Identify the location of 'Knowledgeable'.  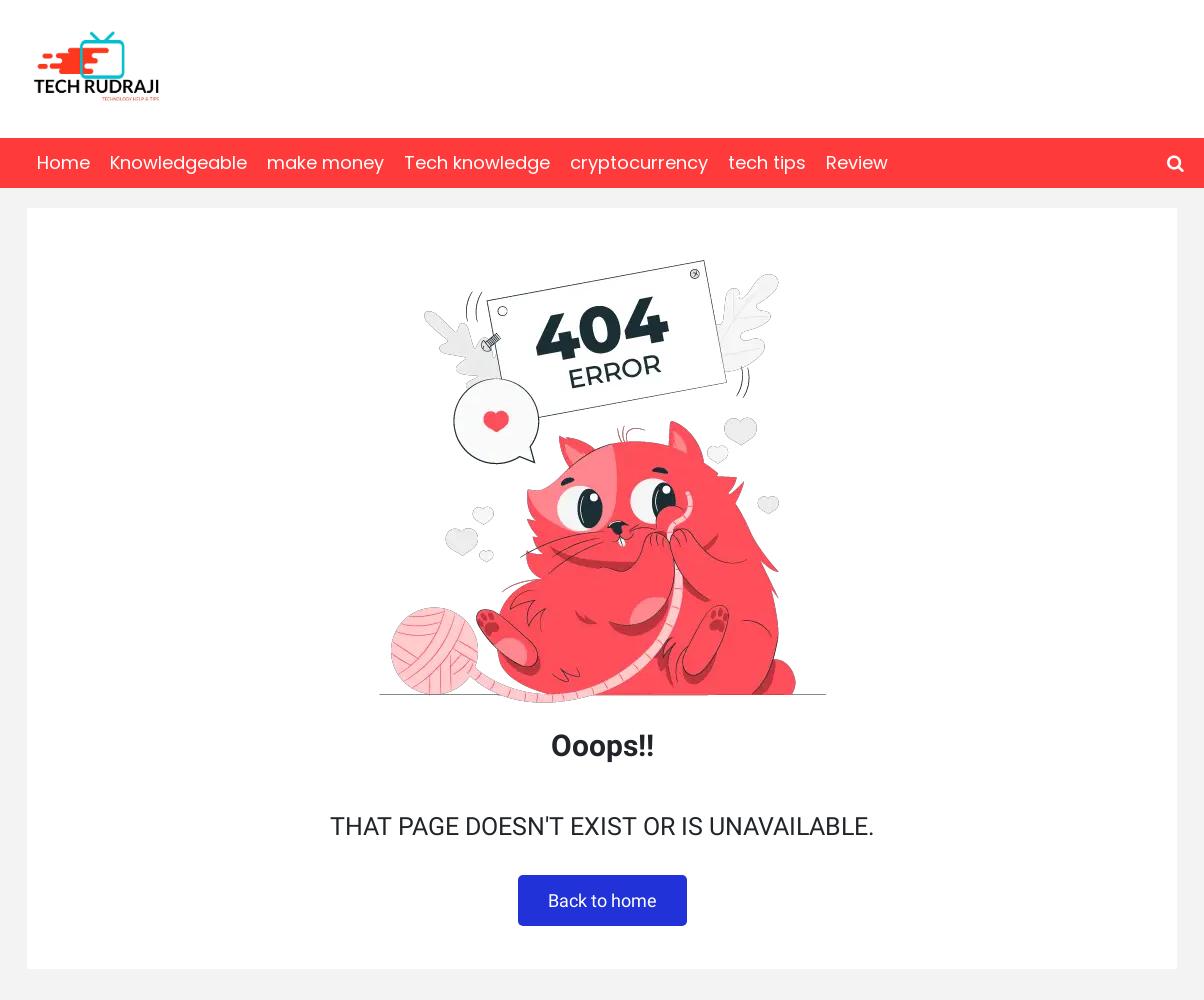
(178, 162).